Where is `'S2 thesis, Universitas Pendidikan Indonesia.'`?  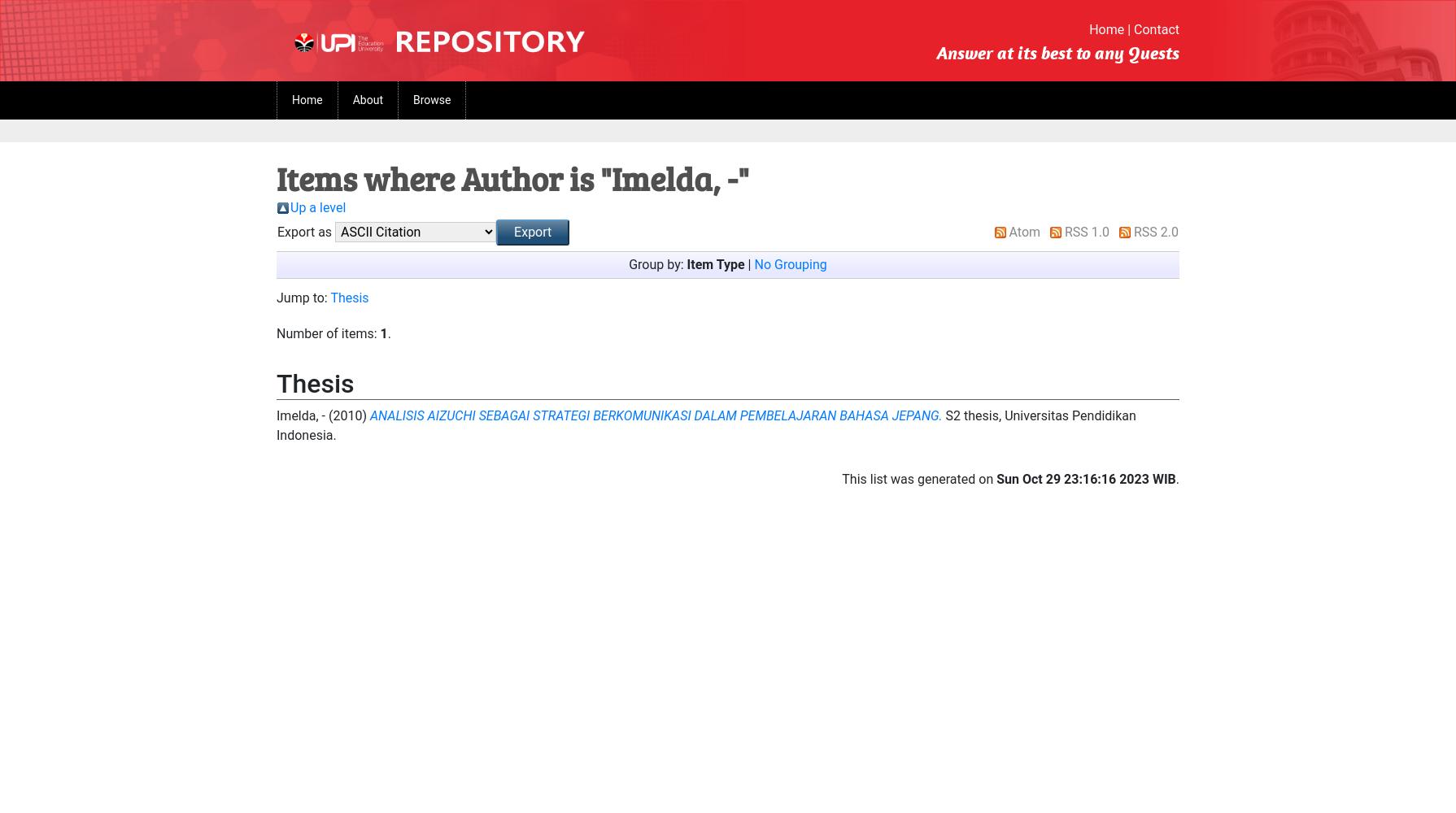
'S2 thesis, Universitas Pendidikan Indonesia.' is located at coordinates (704, 425).